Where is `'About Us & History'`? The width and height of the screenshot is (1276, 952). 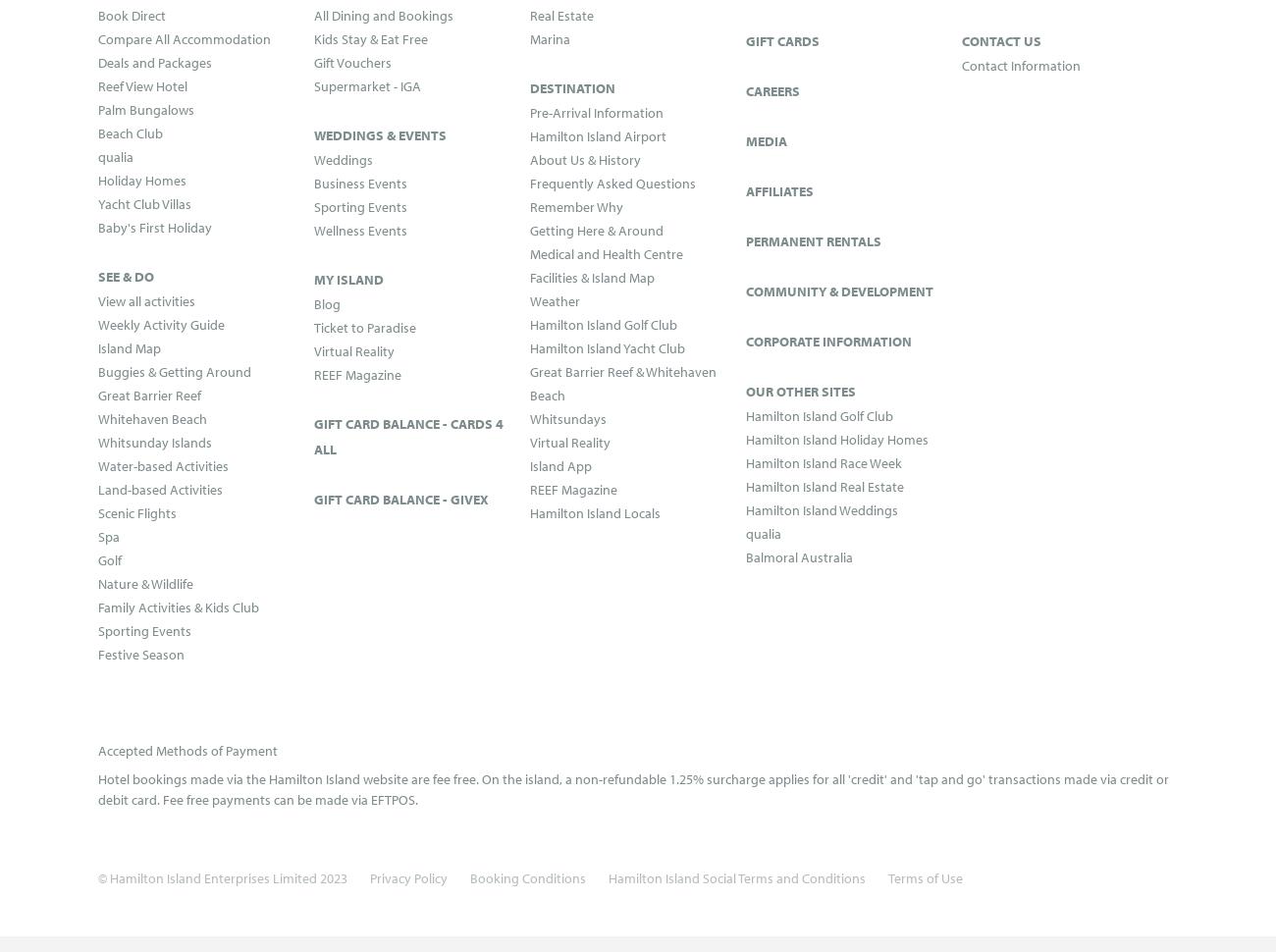
'About Us & History' is located at coordinates (584, 157).